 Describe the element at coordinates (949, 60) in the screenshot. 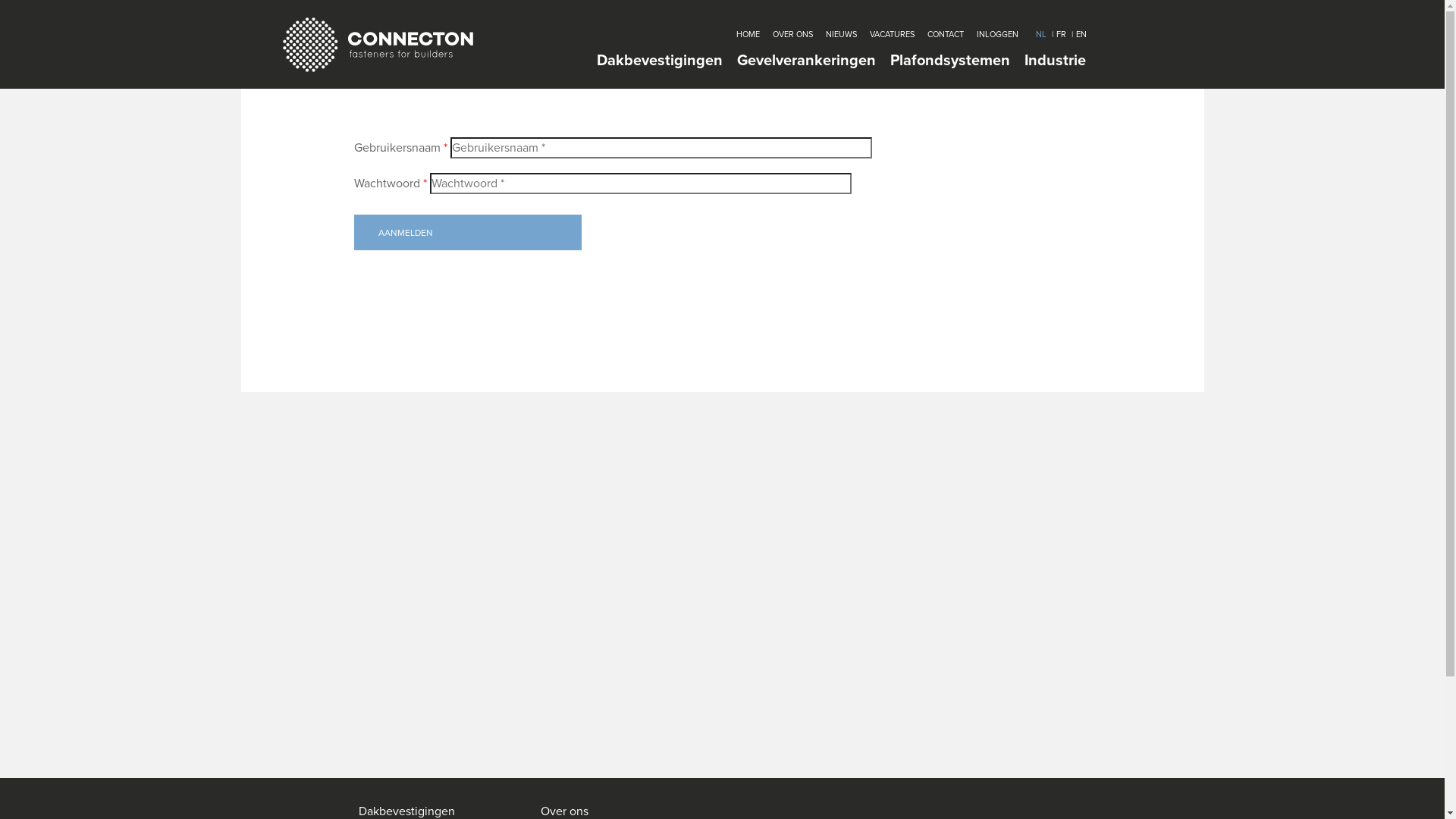

I see `'Plafondsystemen'` at that location.